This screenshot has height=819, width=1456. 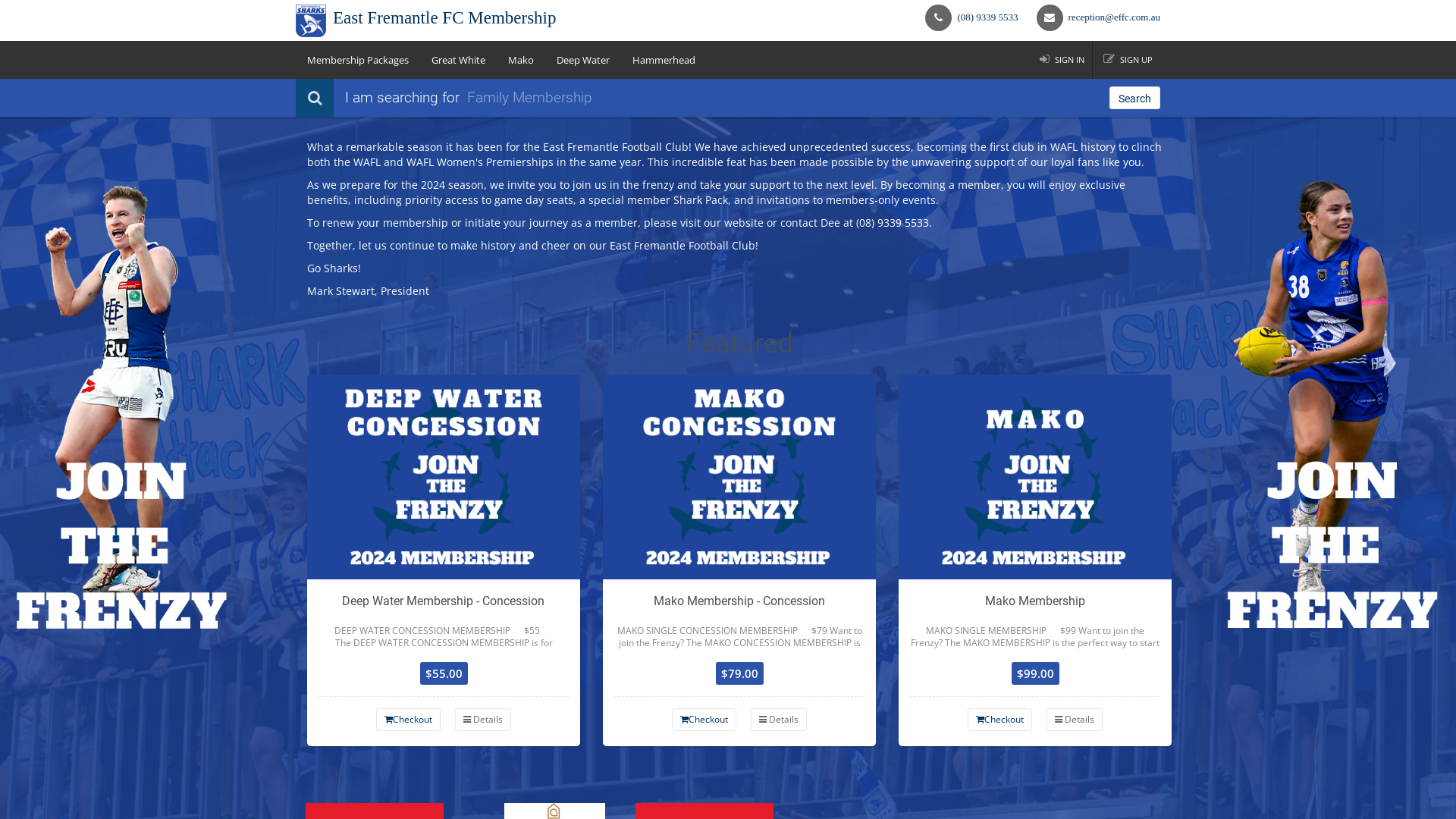 What do you see at coordinates (987, 17) in the screenshot?
I see `'(08) 9339 5533'` at bounding box center [987, 17].